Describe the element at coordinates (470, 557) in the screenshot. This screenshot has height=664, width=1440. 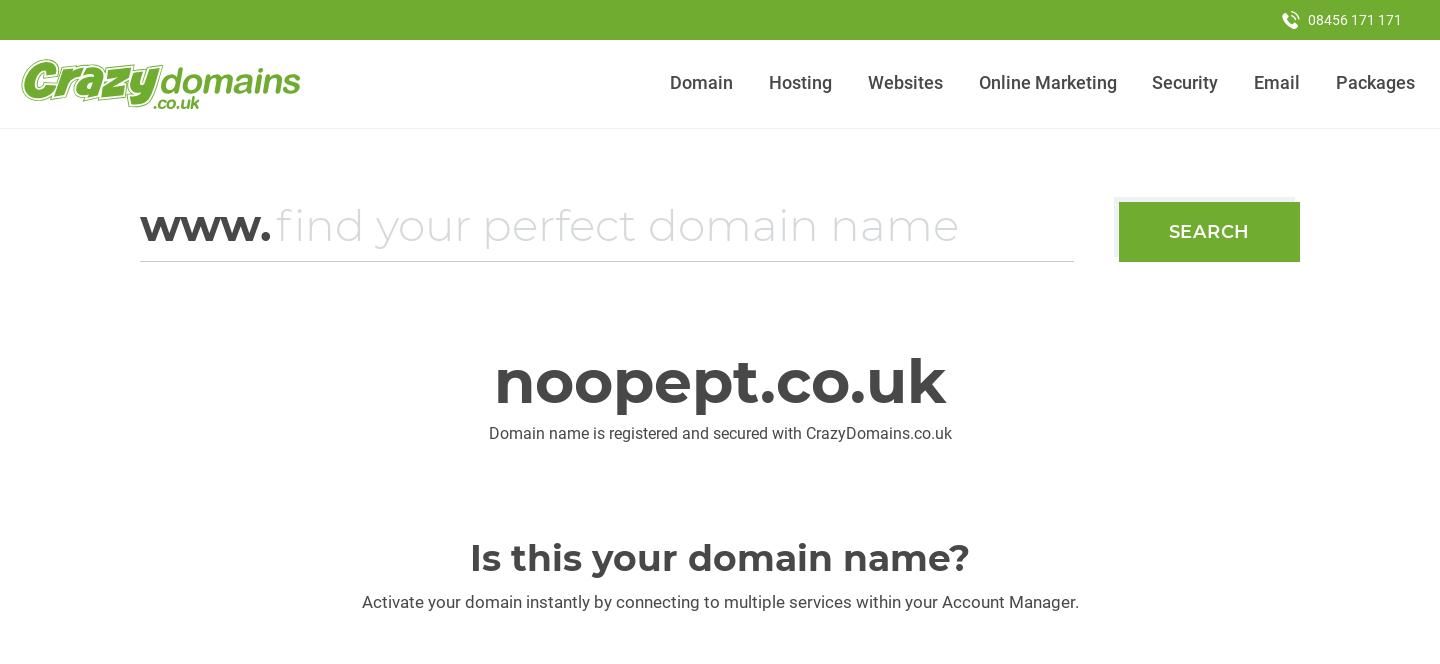
I see `'Is this your domain name?'` at that location.